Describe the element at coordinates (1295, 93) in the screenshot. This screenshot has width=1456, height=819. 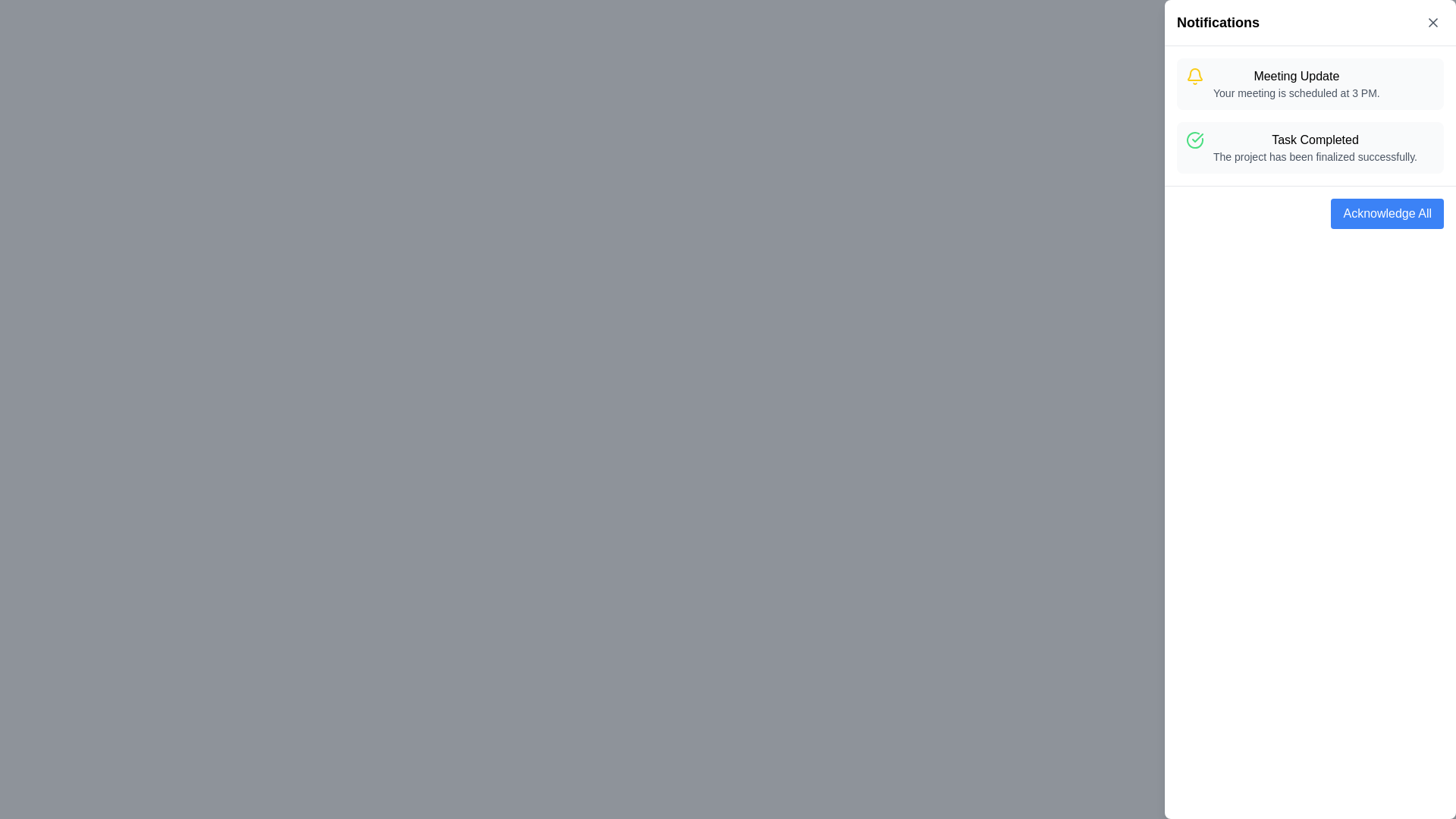
I see `the text element reading 'Your meeting is scheduled at 3 PM.' which is styled with gray color and small font size, positioned directly beneath the 'Meeting Update' in the notifications panel` at that location.